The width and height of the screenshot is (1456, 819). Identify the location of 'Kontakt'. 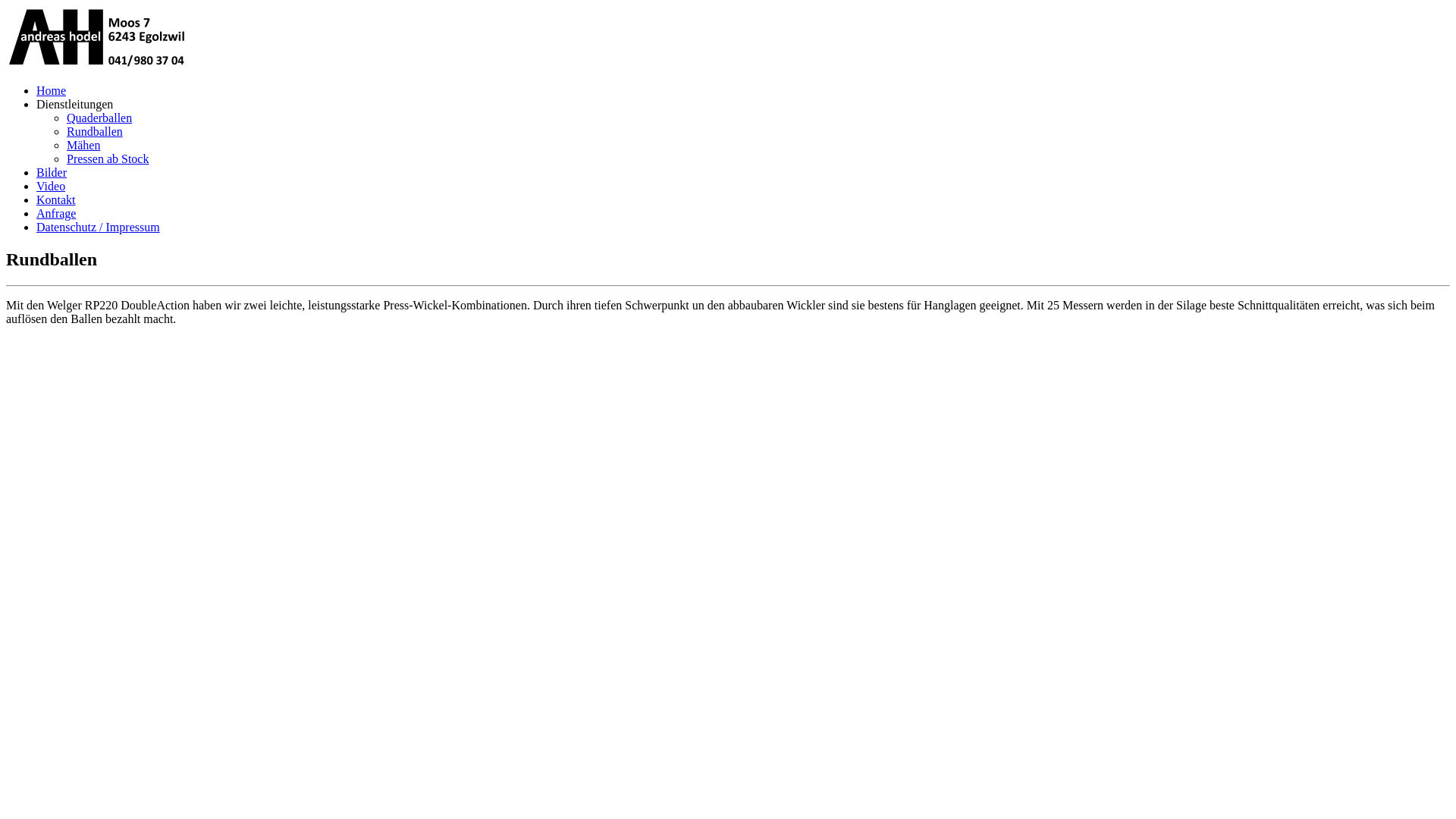
(55, 199).